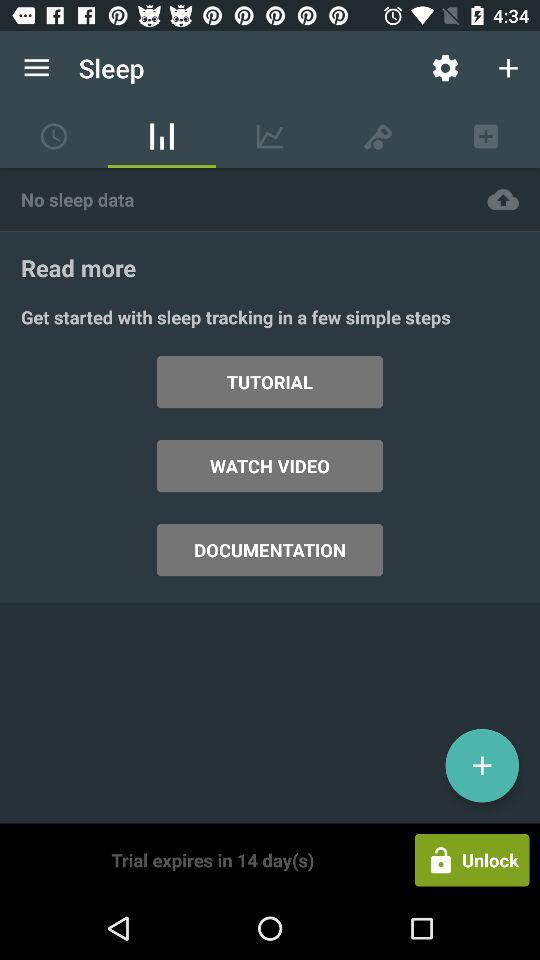 The height and width of the screenshot is (960, 540). I want to click on icon next to the no sleep data icon, so click(502, 199).